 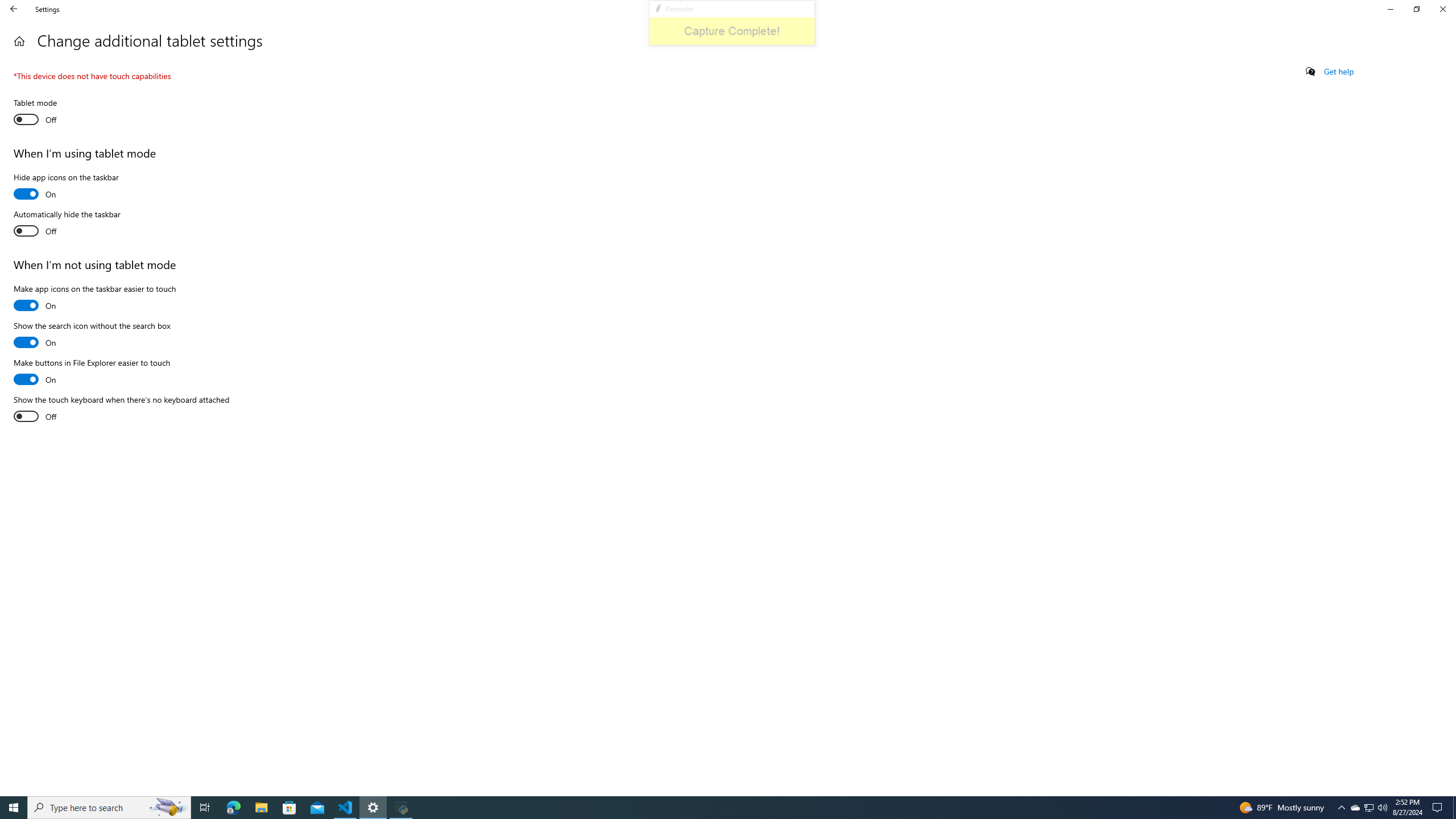 I want to click on 'Automatically hide the taskbar', so click(x=67, y=224).